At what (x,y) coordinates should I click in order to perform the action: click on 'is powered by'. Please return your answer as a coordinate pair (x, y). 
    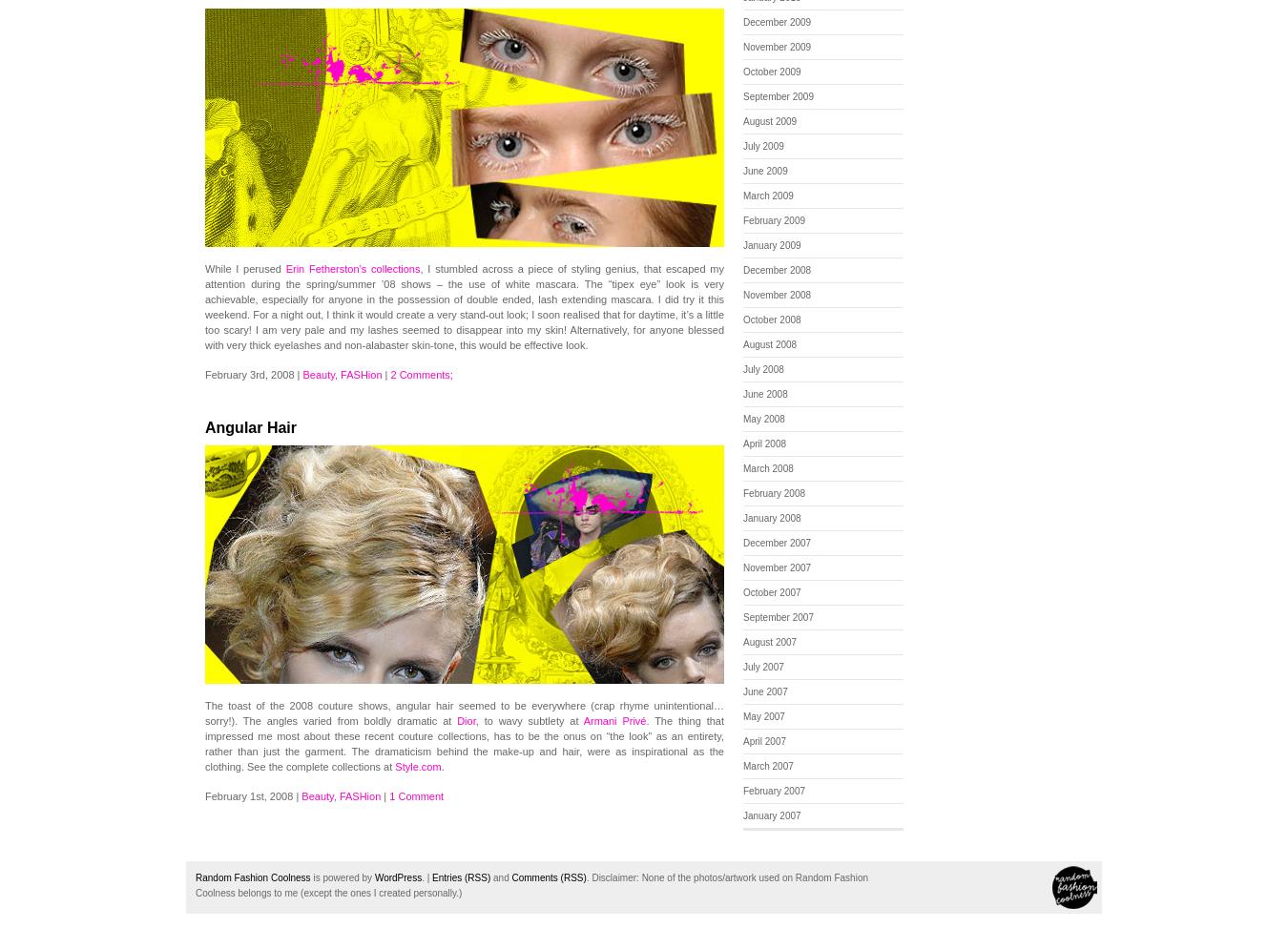
    Looking at the image, I should click on (342, 876).